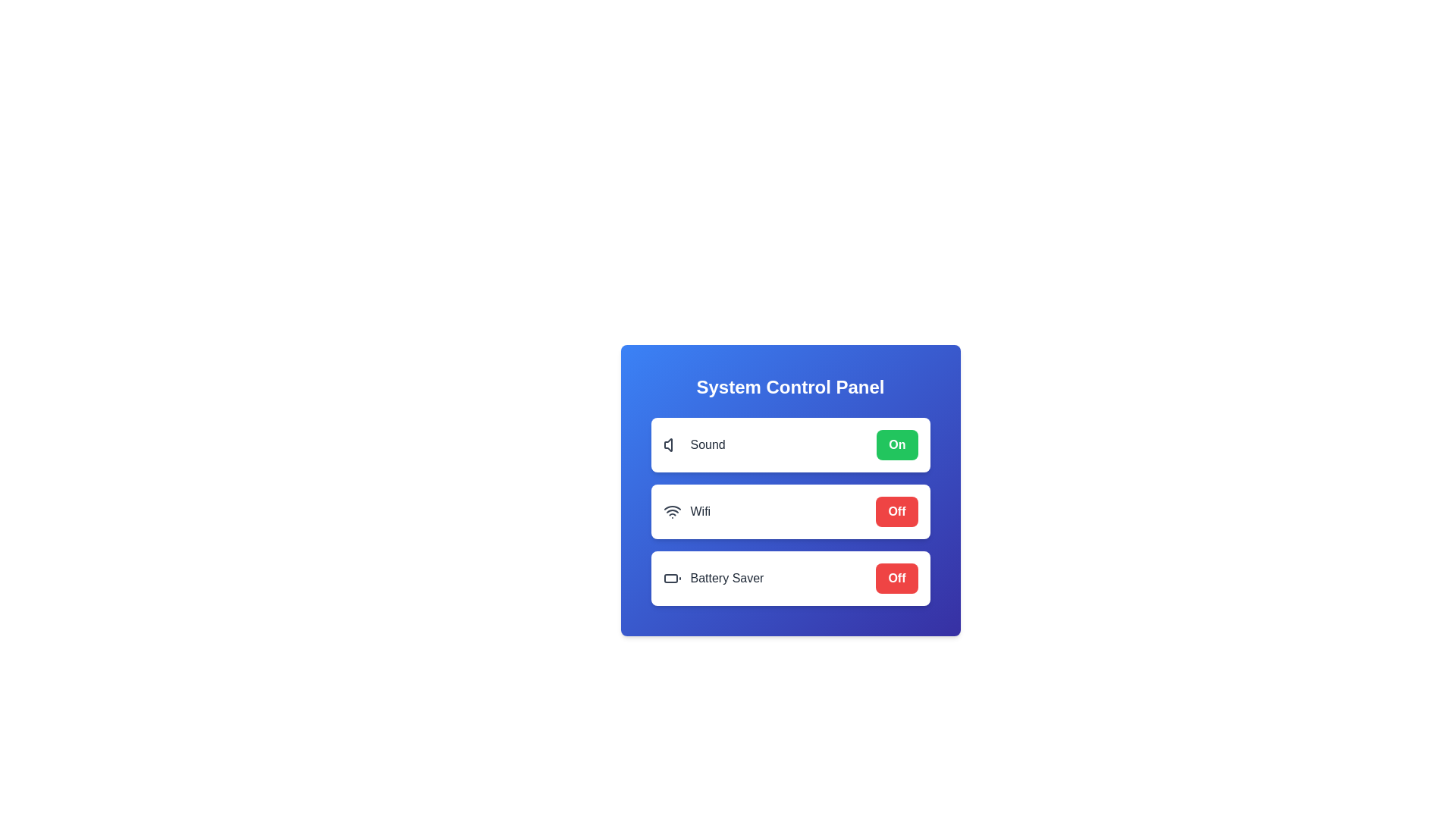  I want to click on the green 'On' button for the 'Sound' setting to toggle its state, so click(896, 444).